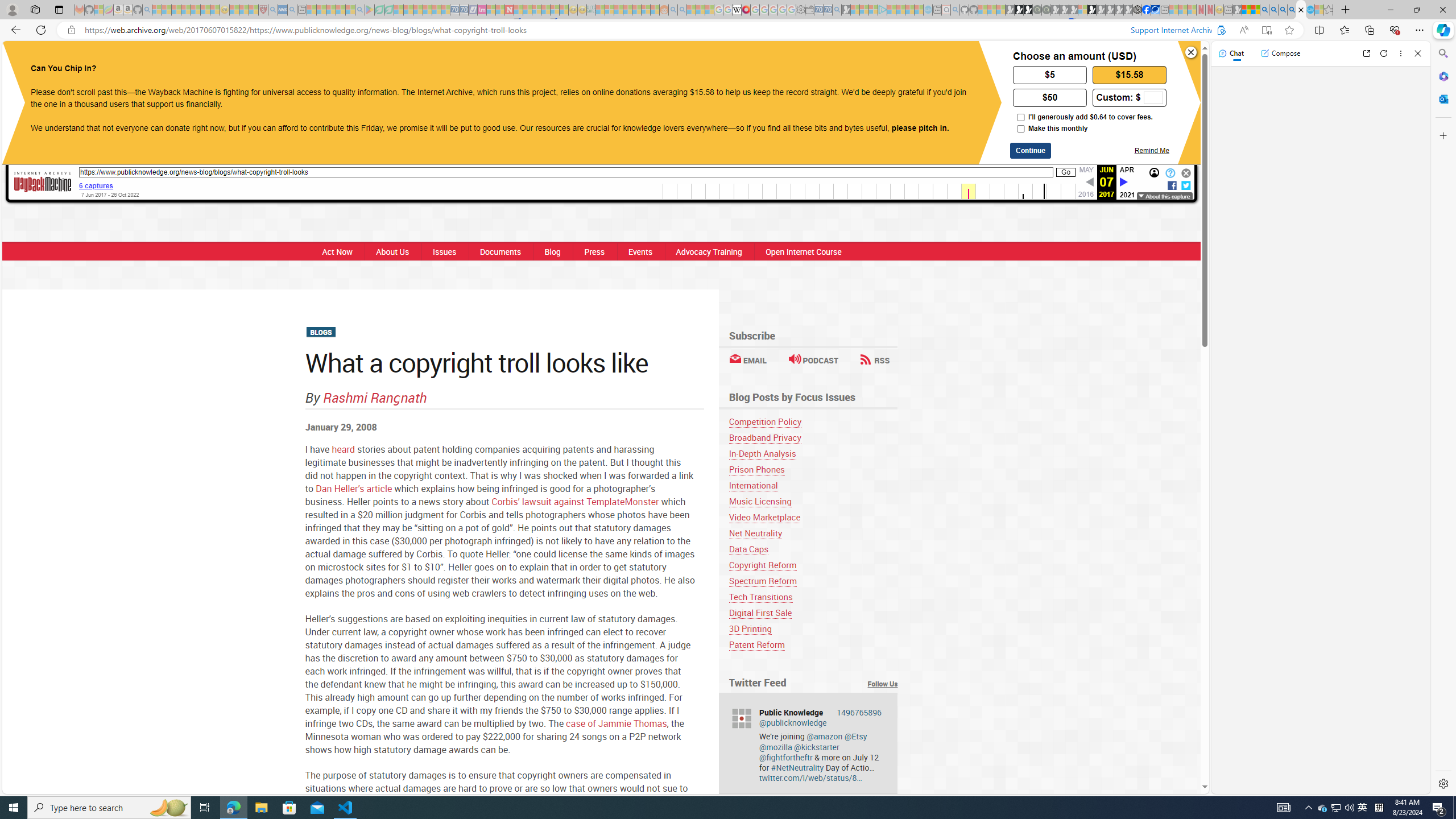 The width and height of the screenshot is (1456, 819). I want to click on 'In-Depth Analysis', so click(762, 453).